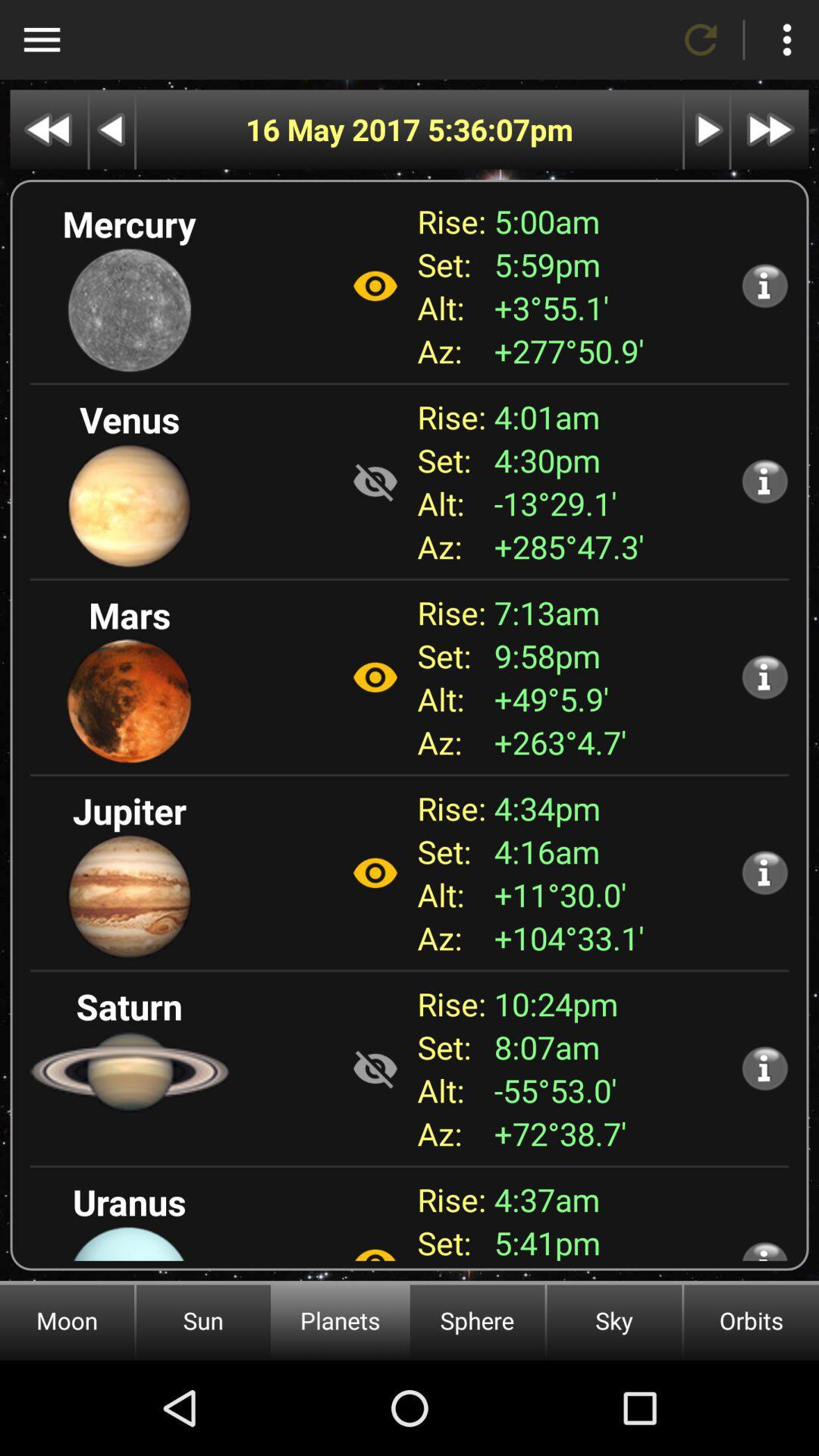 The height and width of the screenshot is (1456, 819). What do you see at coordinates (764, 285) in the screenshot?
I see `know instruction` at bounding box center [764, 285].